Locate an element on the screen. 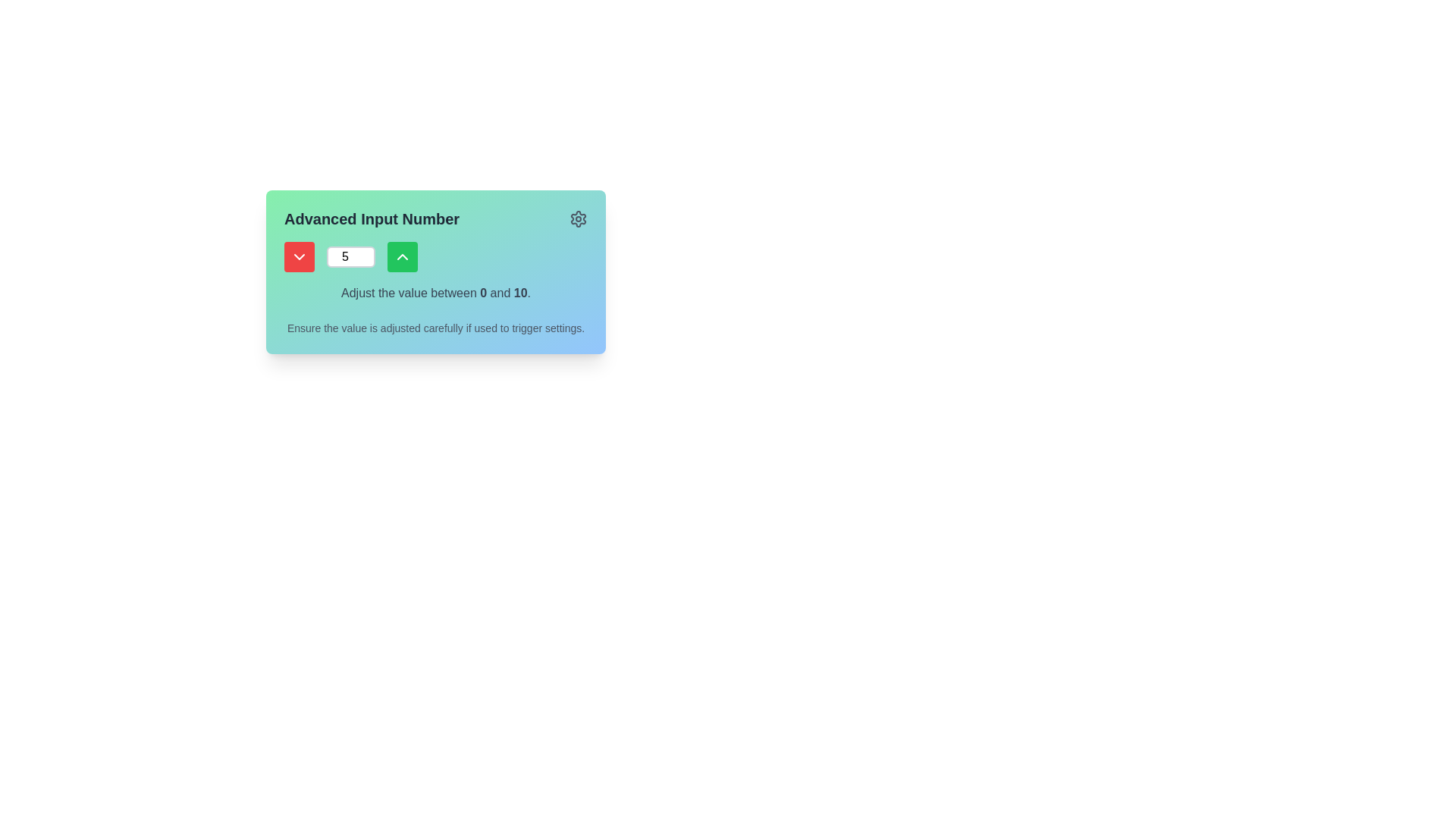  the gear-shaped icon button located in the upper-right corner of the 'Advanced Input Number' panel is located at coordinates (578, 219).